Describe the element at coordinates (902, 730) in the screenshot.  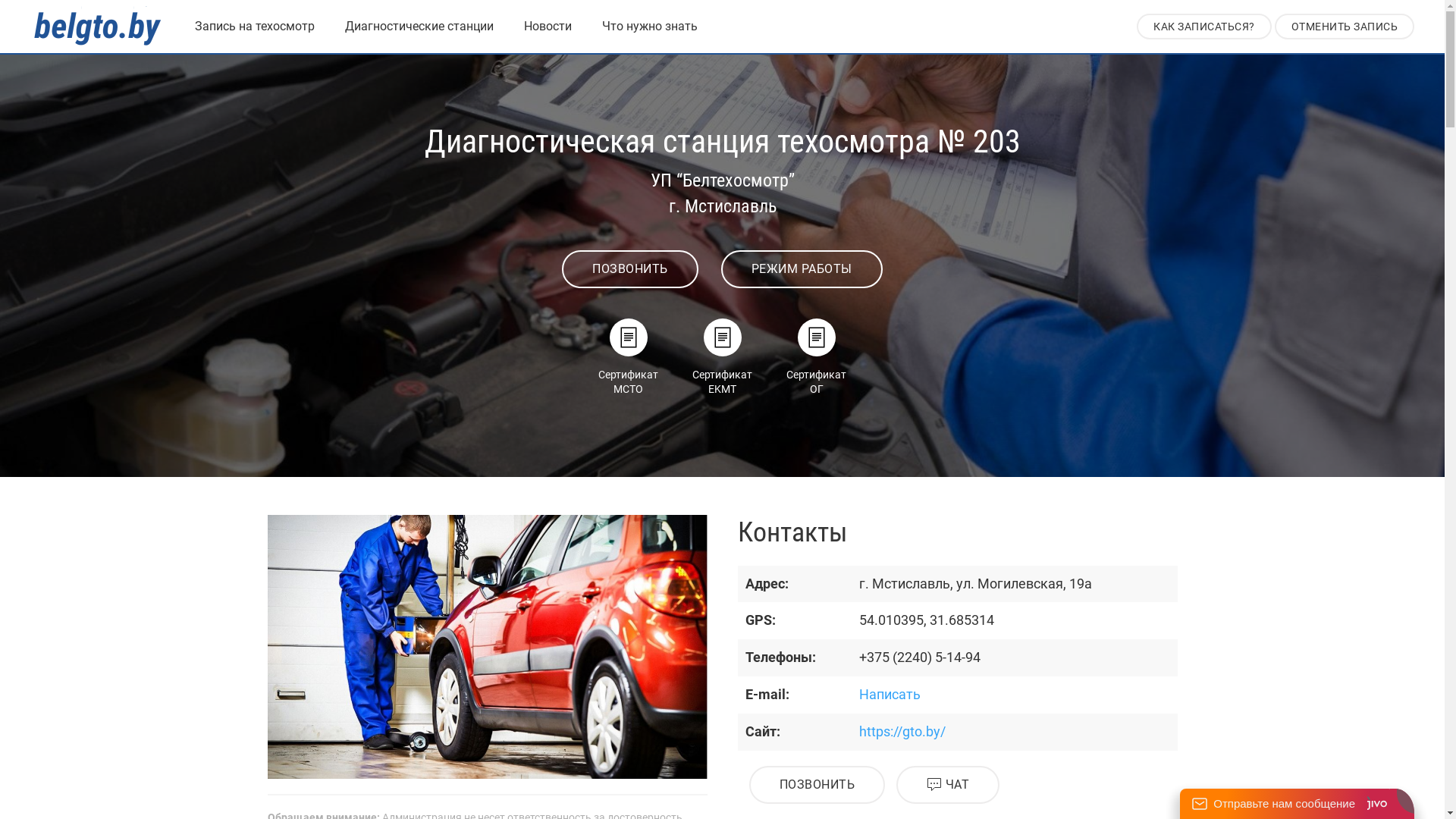
I see `'https://gto.by/'` at that location.